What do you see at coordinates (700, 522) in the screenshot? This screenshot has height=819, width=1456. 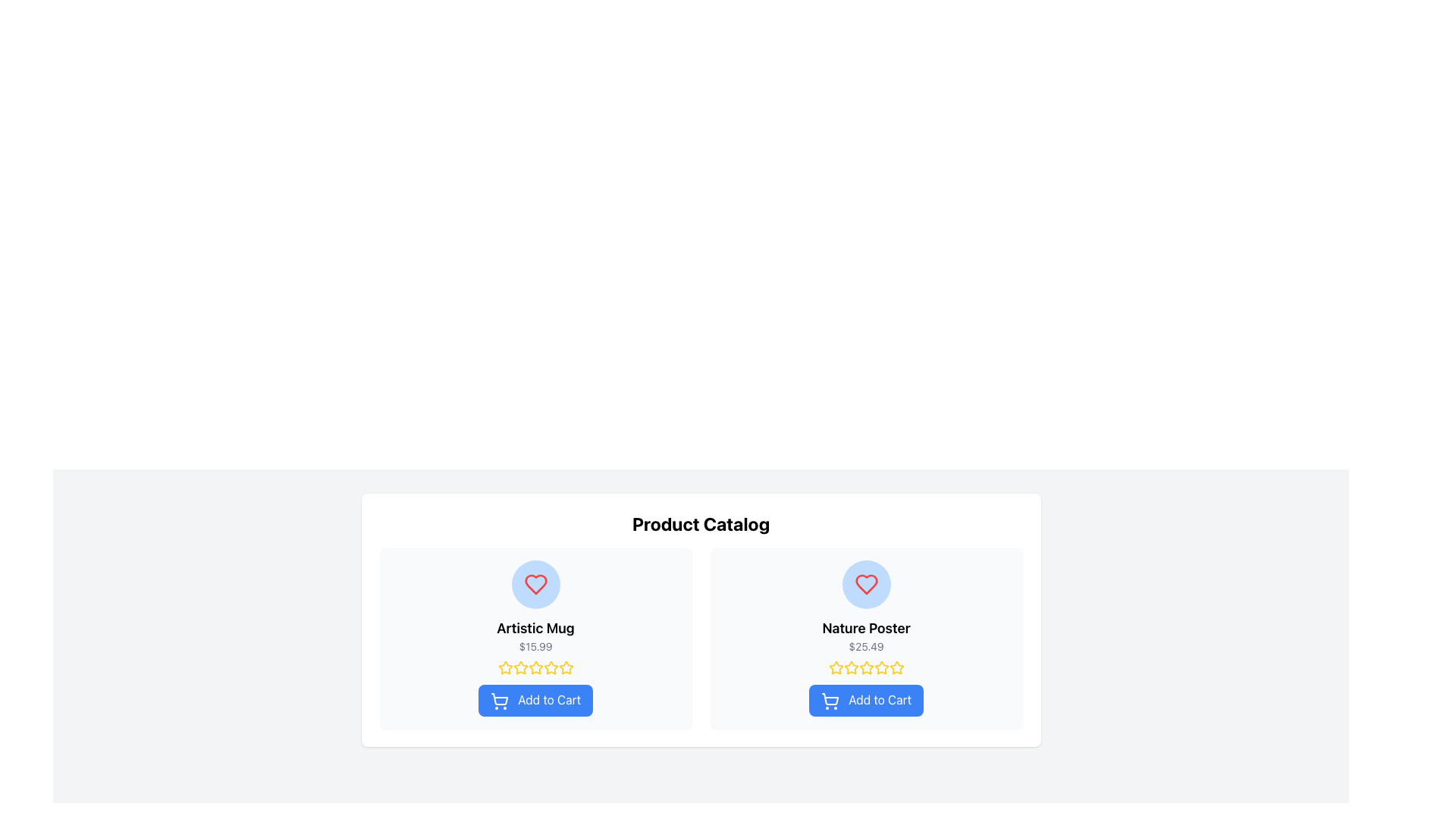 I see `the large, bold text label reading 'Product Catalog' that is centrally aligned above the product listings` at bounding box center [700, 522].